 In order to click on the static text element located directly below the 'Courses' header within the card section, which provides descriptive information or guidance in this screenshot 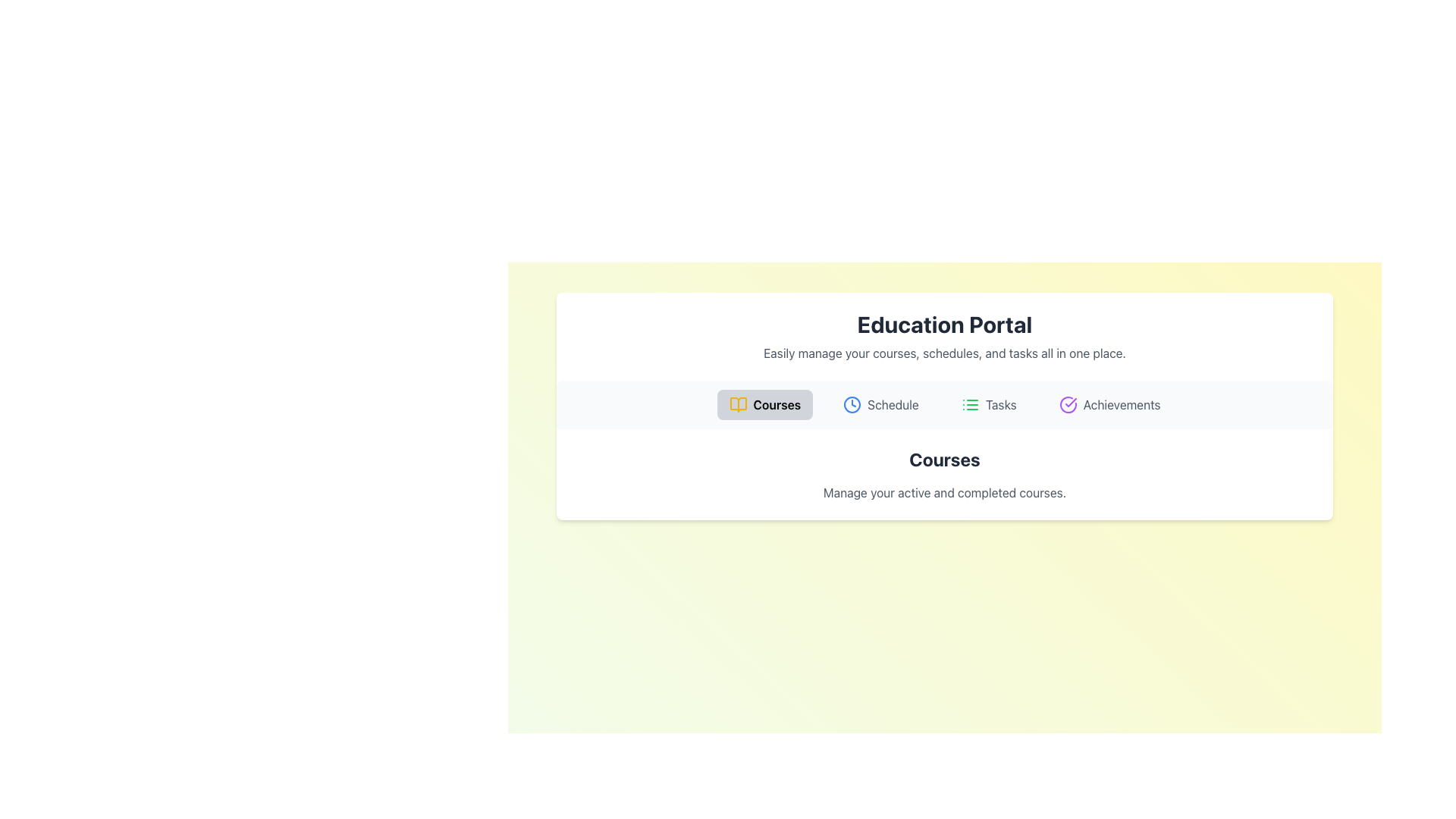, I will do `click(944, 493)`.